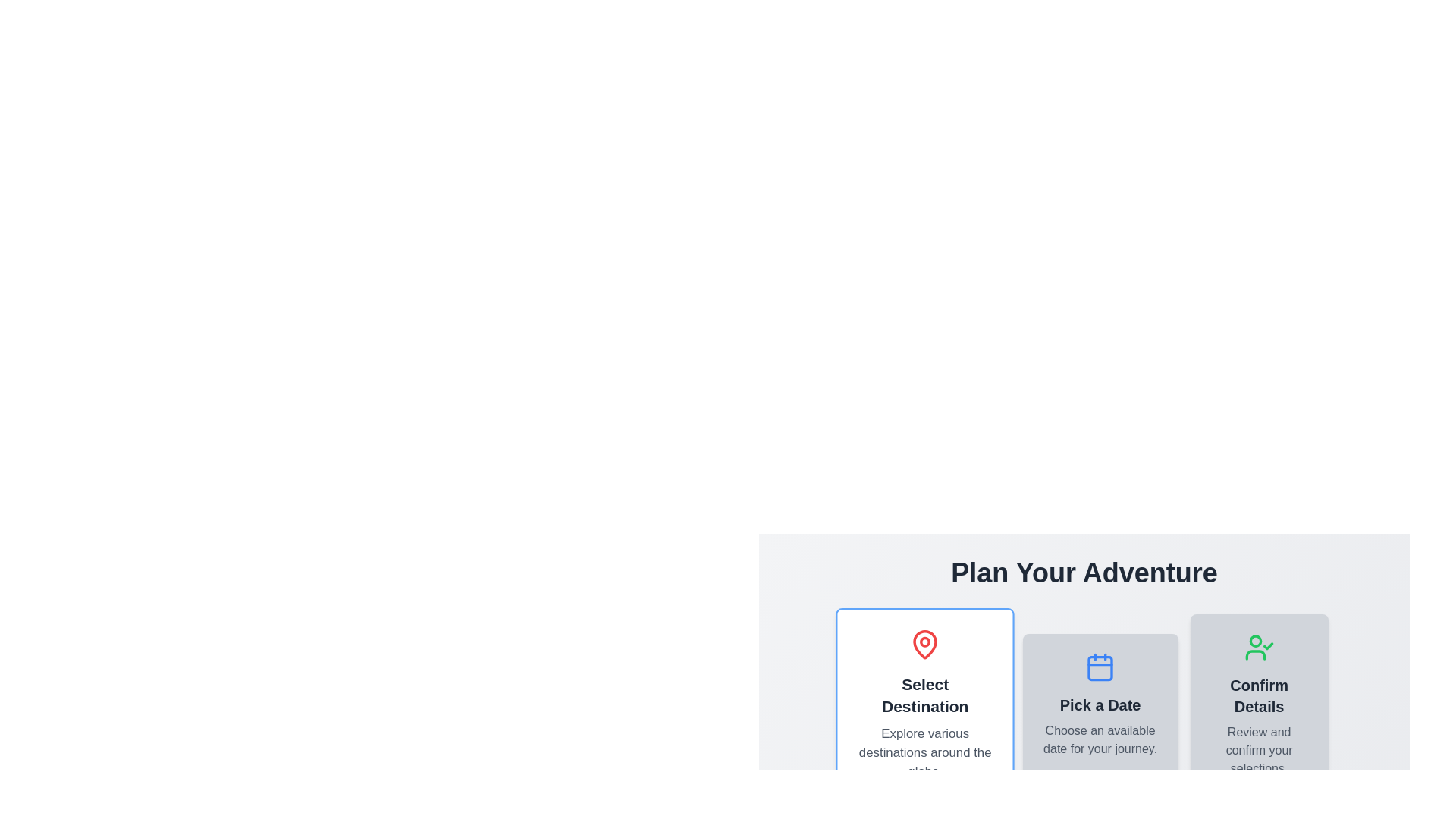 The height and width of the screenshot is (819, 1456). What do you see at coordinates (924, 704) in the screenshot?
I see `the Informational card featuring a red location pin icon and the text 'Select Destination'` at bounding box center [924, 704].